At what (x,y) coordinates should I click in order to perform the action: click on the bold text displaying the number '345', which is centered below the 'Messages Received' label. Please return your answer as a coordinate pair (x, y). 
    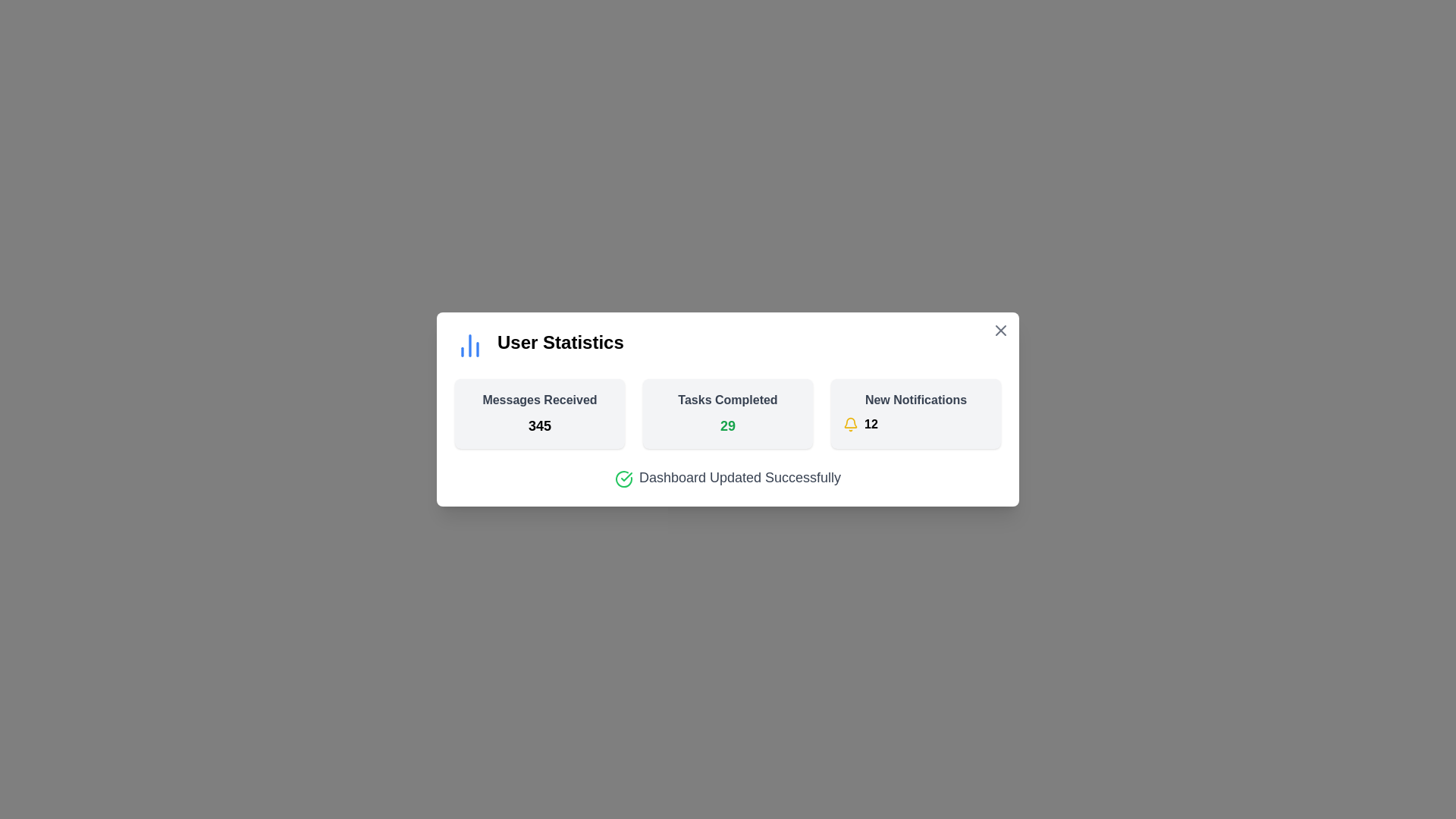
    Looking at the image, I should click on (539, 426).